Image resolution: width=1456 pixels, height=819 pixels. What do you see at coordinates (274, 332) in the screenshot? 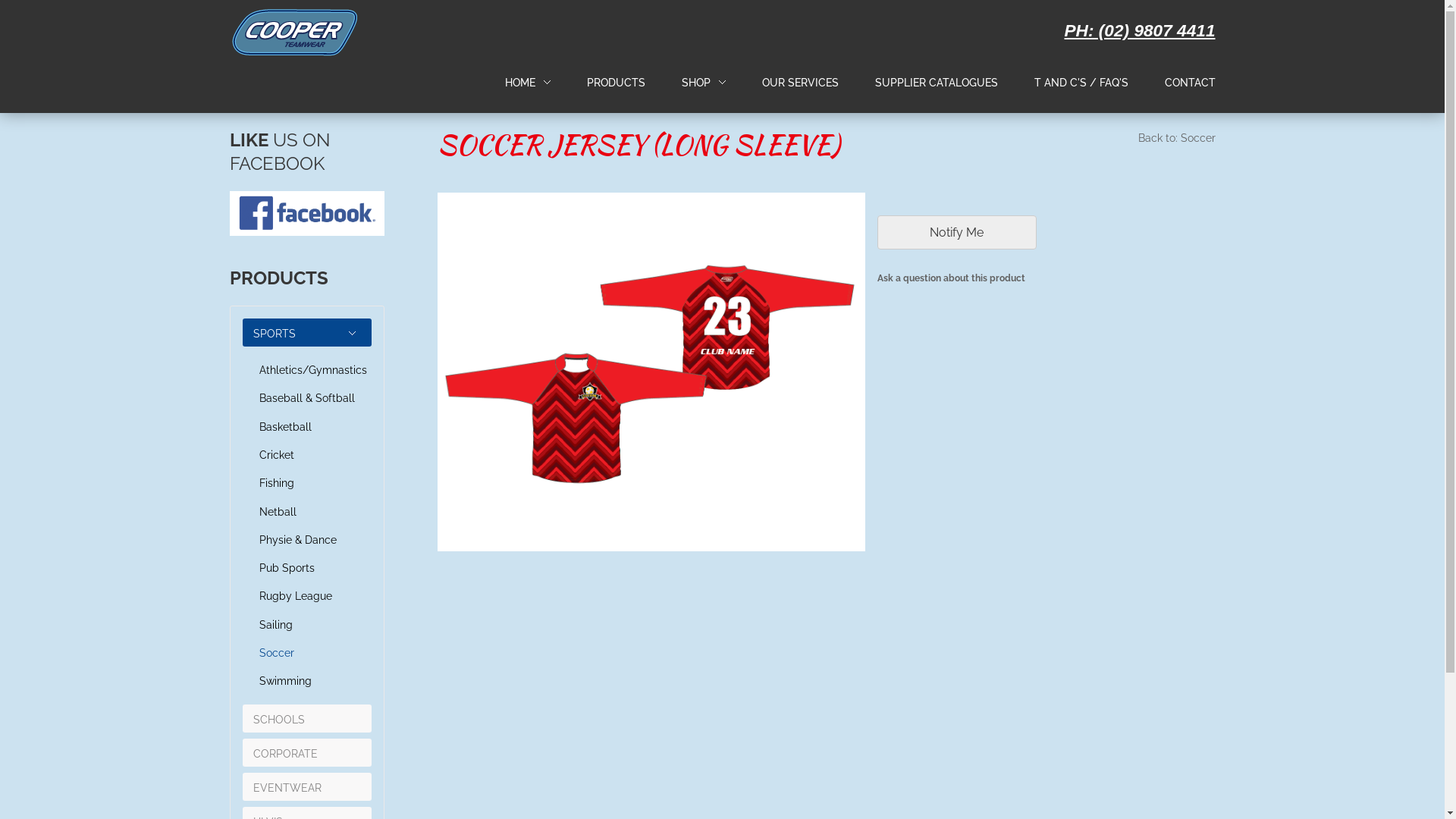
I see `'SPORTS'` at bounding box center [274, 332].